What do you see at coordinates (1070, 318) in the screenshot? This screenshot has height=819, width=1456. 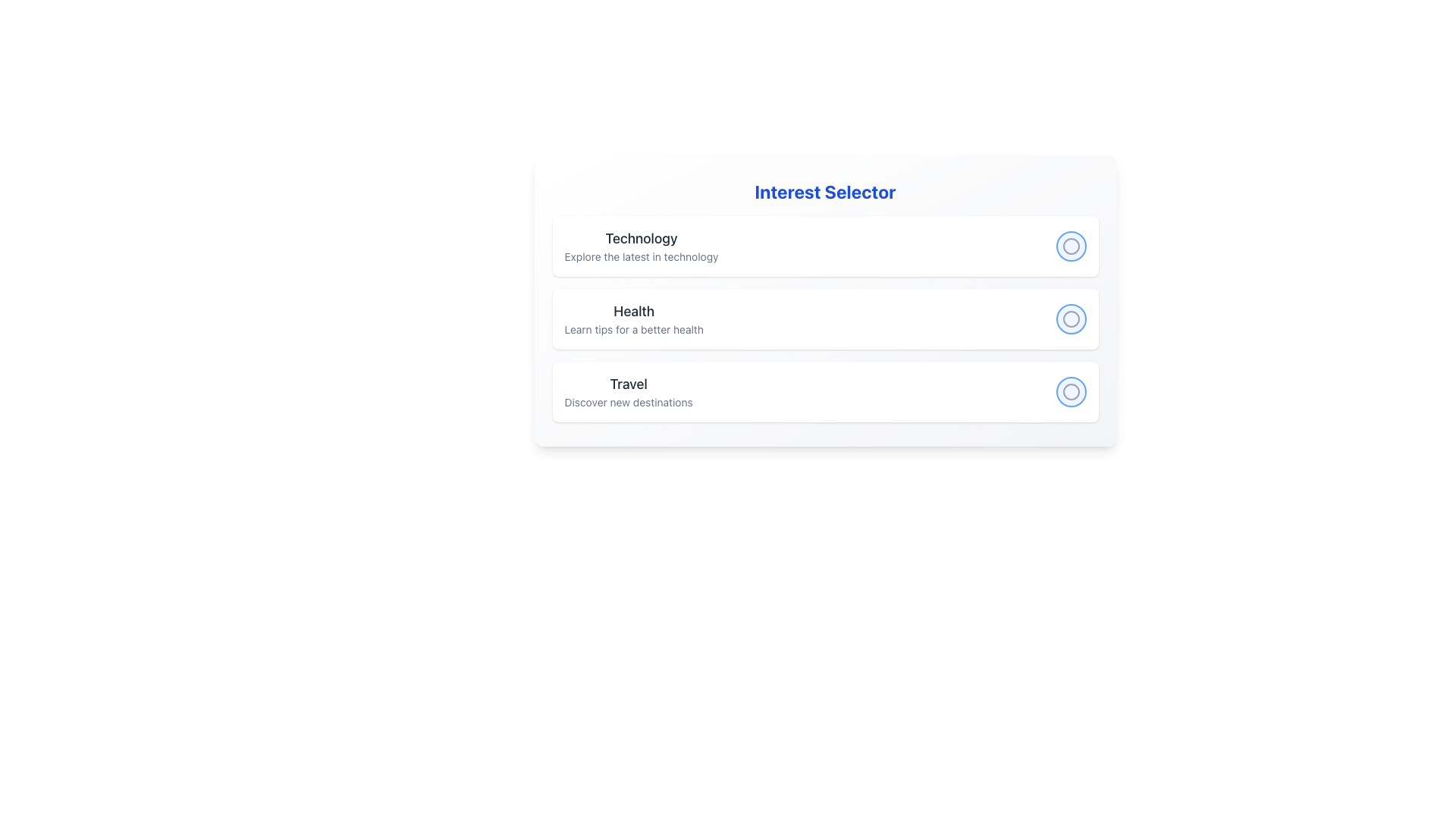 I see `the Circular SVG graphic that represents the selection state indicator for the 'Health' option, which is part of a trio of circular buttons` at bounding box center [1070, 318].